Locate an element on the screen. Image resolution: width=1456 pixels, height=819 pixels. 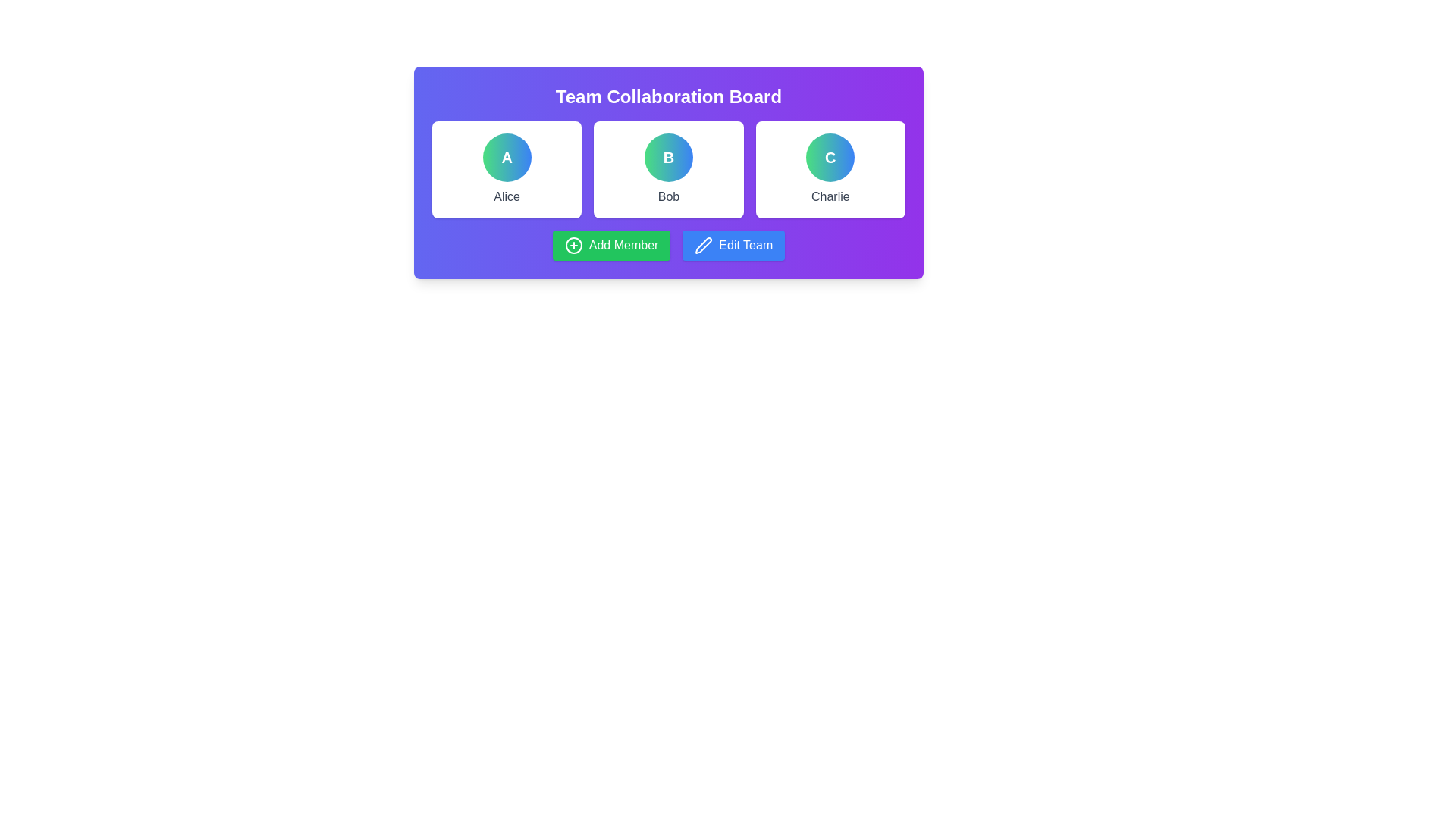
the edit team button located to the right of the 'Add Member' button on the Team Collaboration Board is located at coordinates (733, 245).